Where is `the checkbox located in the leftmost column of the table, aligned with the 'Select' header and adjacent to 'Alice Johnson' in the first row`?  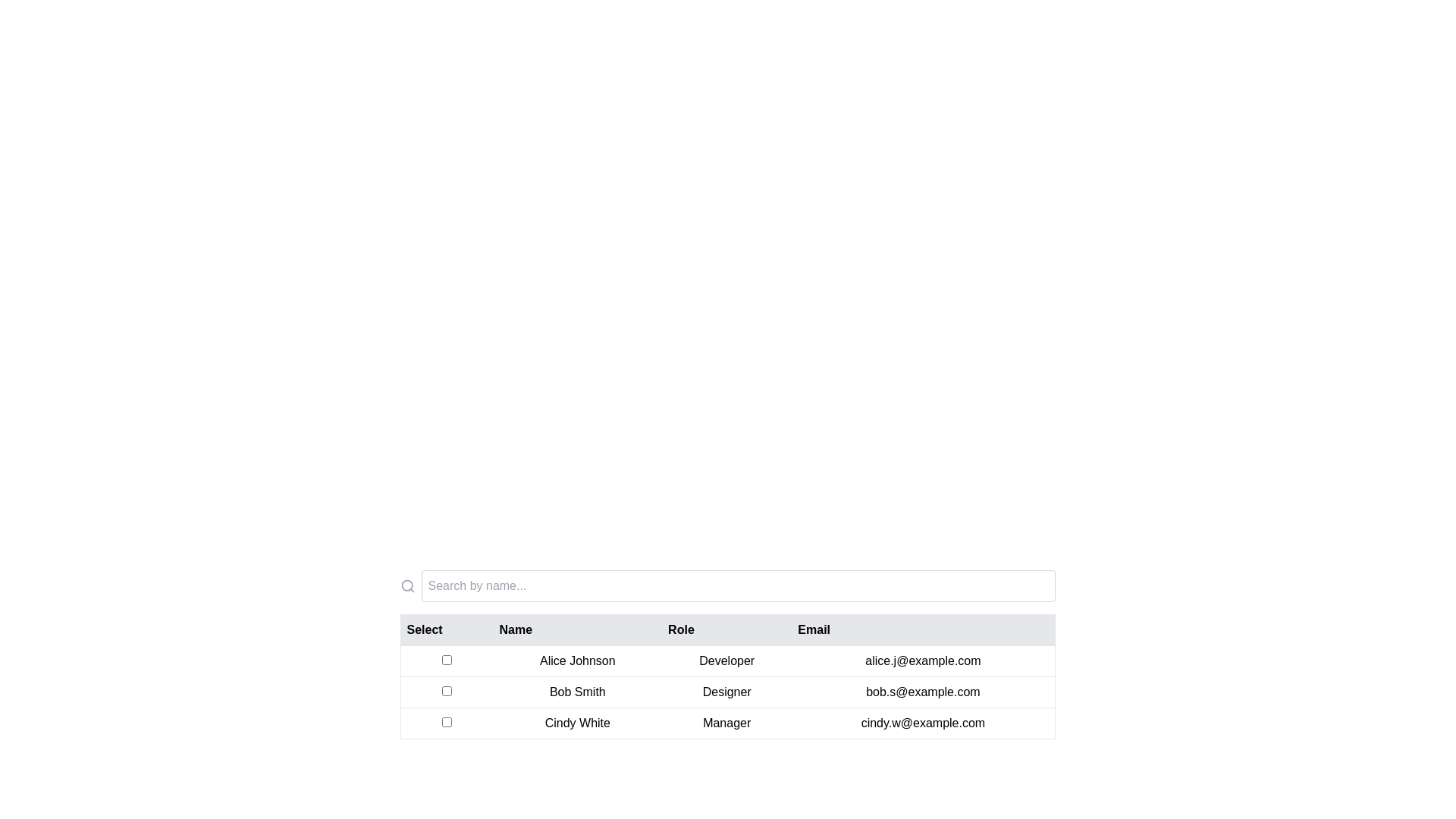
the checkbox located in the leftmost column of the table, aligned with the 'Select' header and adjacent to 'Alice Johnson' in the first row is located at coordinates (446, 659).